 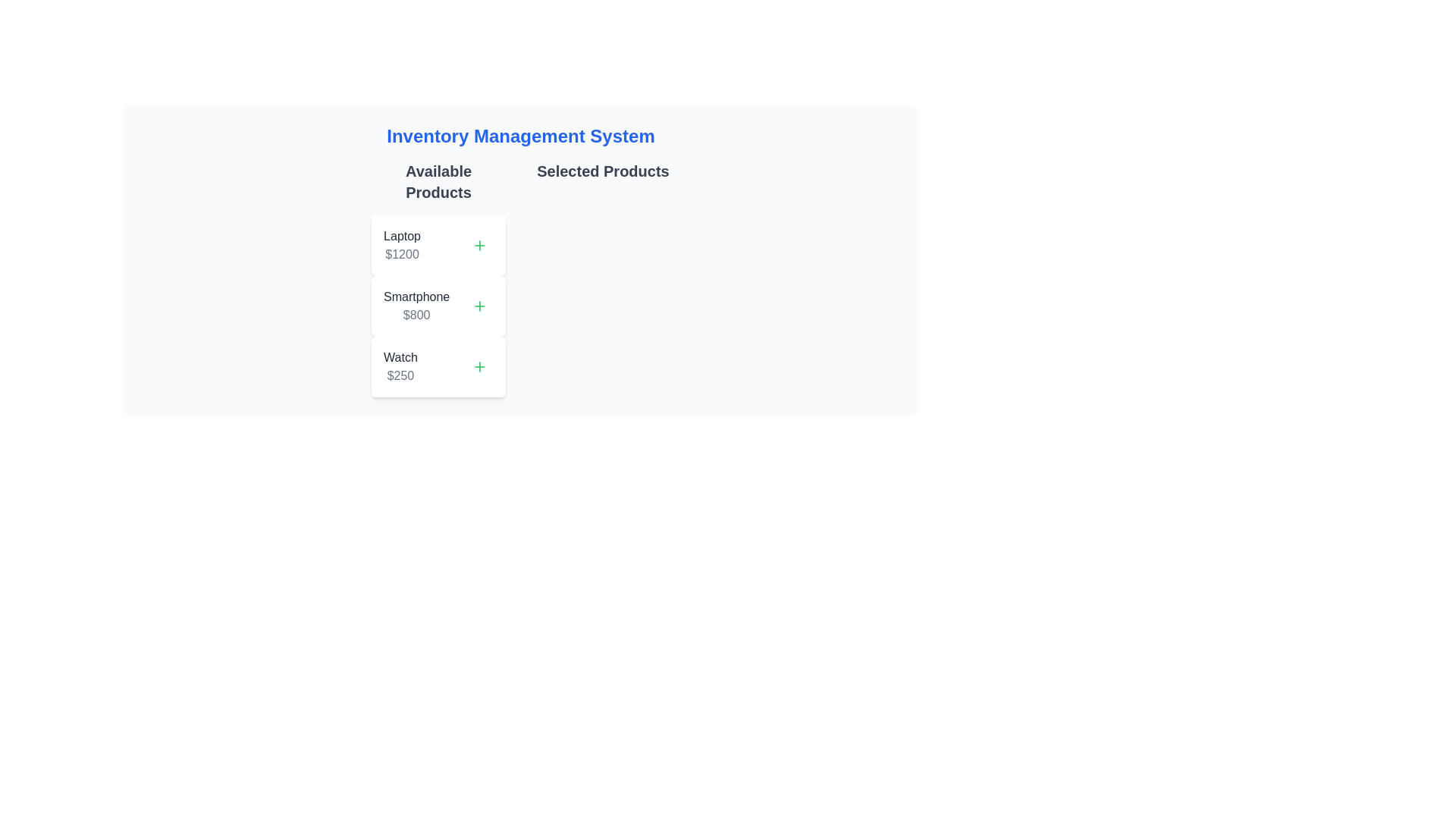 I want to click on the Text Label that introduces or categorizes the section displaying selected products, located near the top-right side of the interface, below the 'Inventory Management System' header, so click(x=602, y=171).